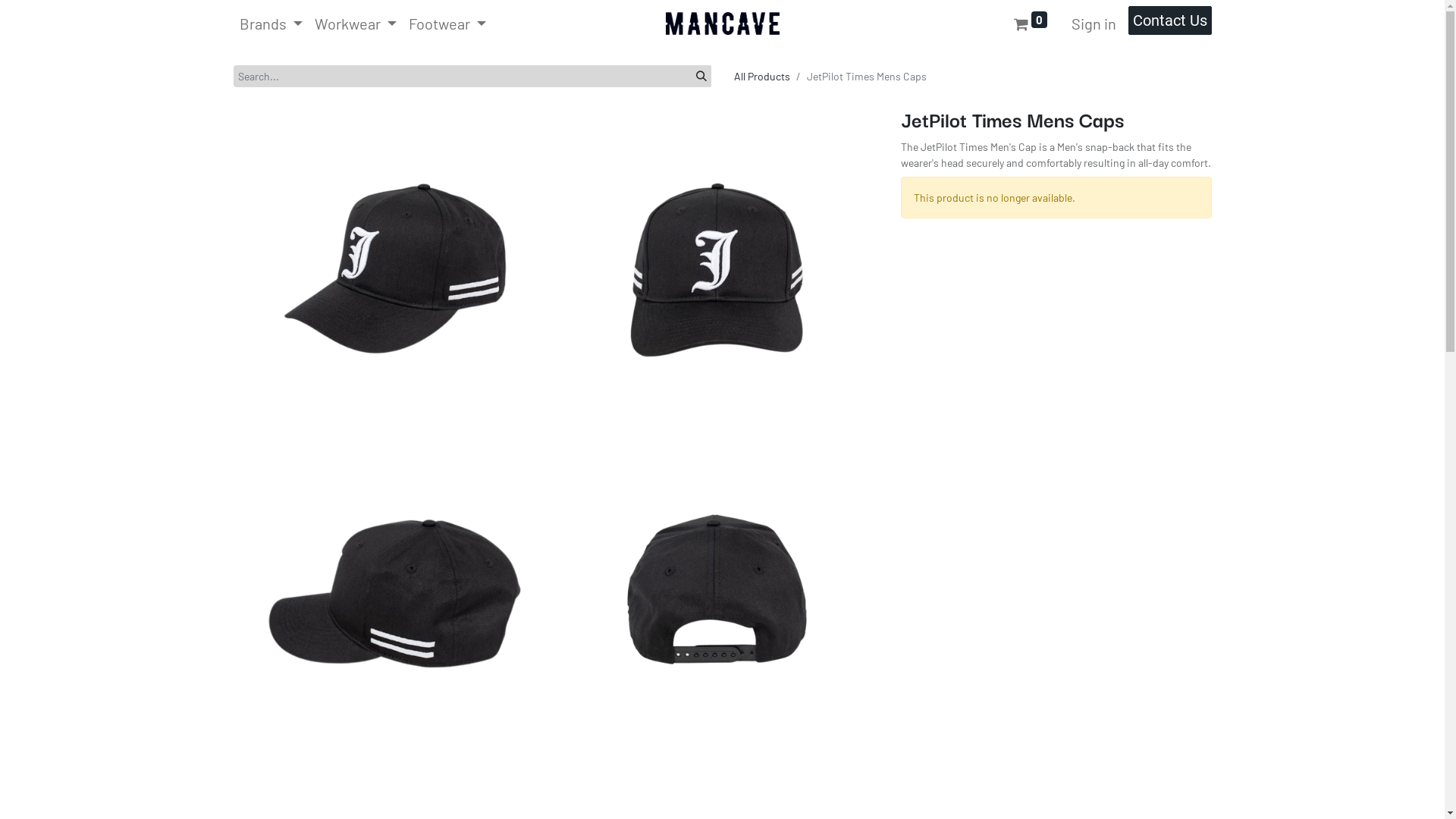 The height and width of the screenshot is (819, 1456). I want to click on 'Workwear', so click(355, 23).